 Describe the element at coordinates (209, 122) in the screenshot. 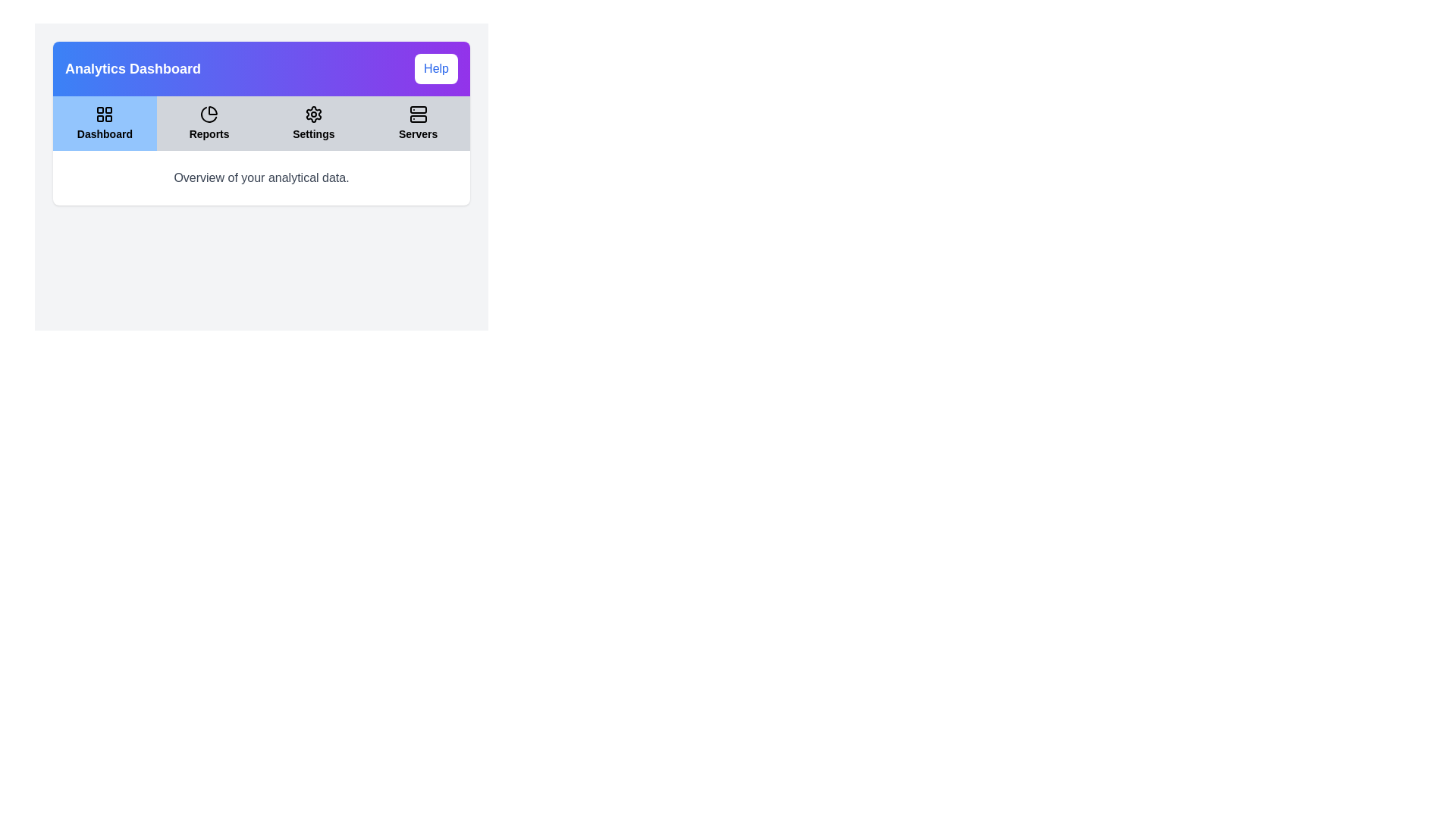

I see `the 'Reports' button with a pie chart icon, which is the second button from the left in the horizontal menu bar below the header` at that location.